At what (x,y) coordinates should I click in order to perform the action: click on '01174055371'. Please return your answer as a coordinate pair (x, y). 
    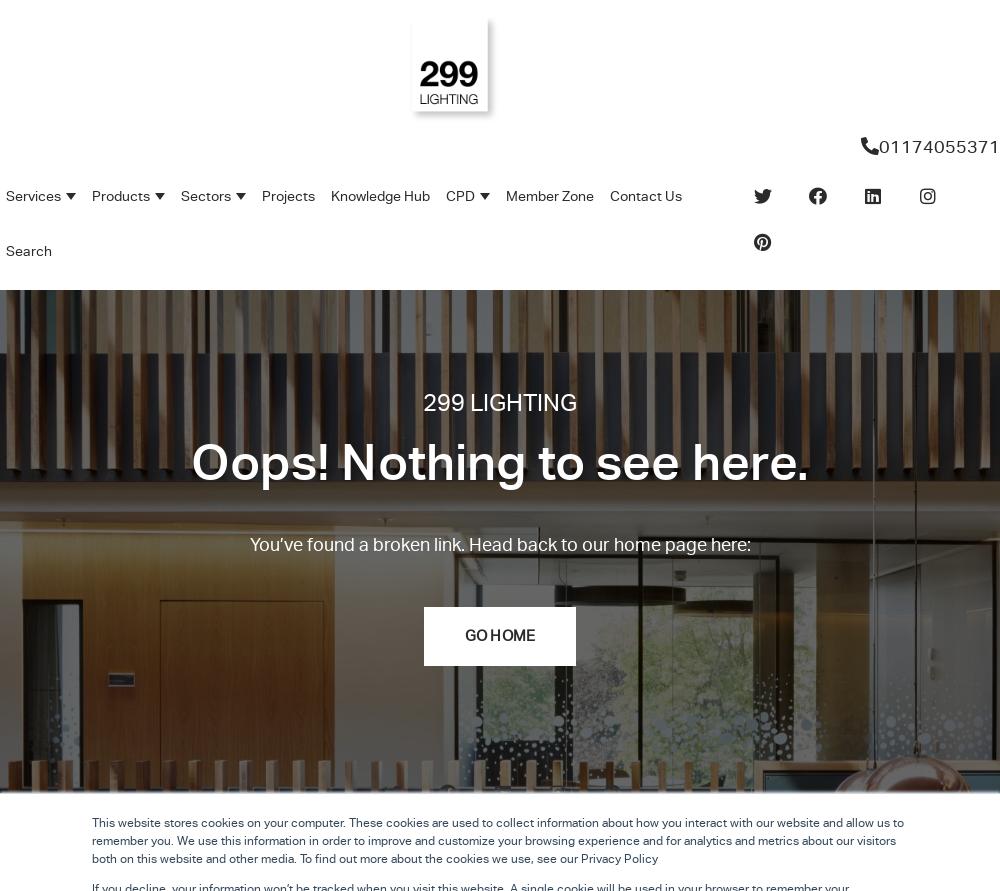
    Looking at the image, I should click on (879, 144).